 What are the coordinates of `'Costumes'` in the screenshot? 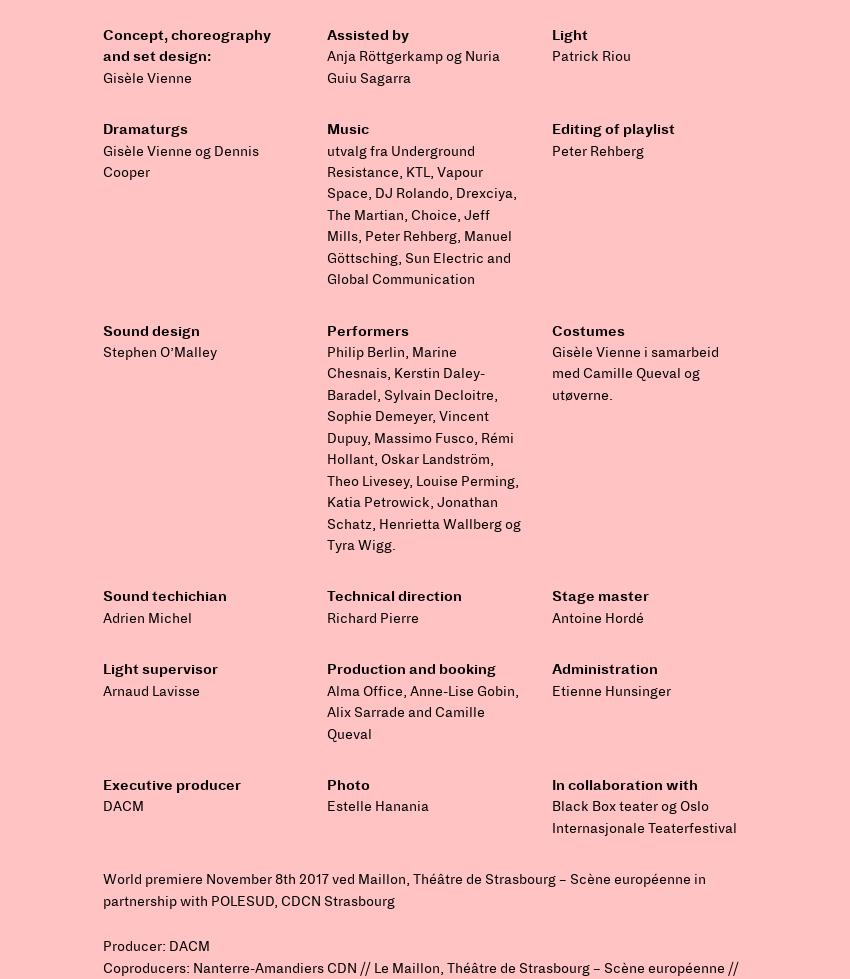 It's located at (588, 330).